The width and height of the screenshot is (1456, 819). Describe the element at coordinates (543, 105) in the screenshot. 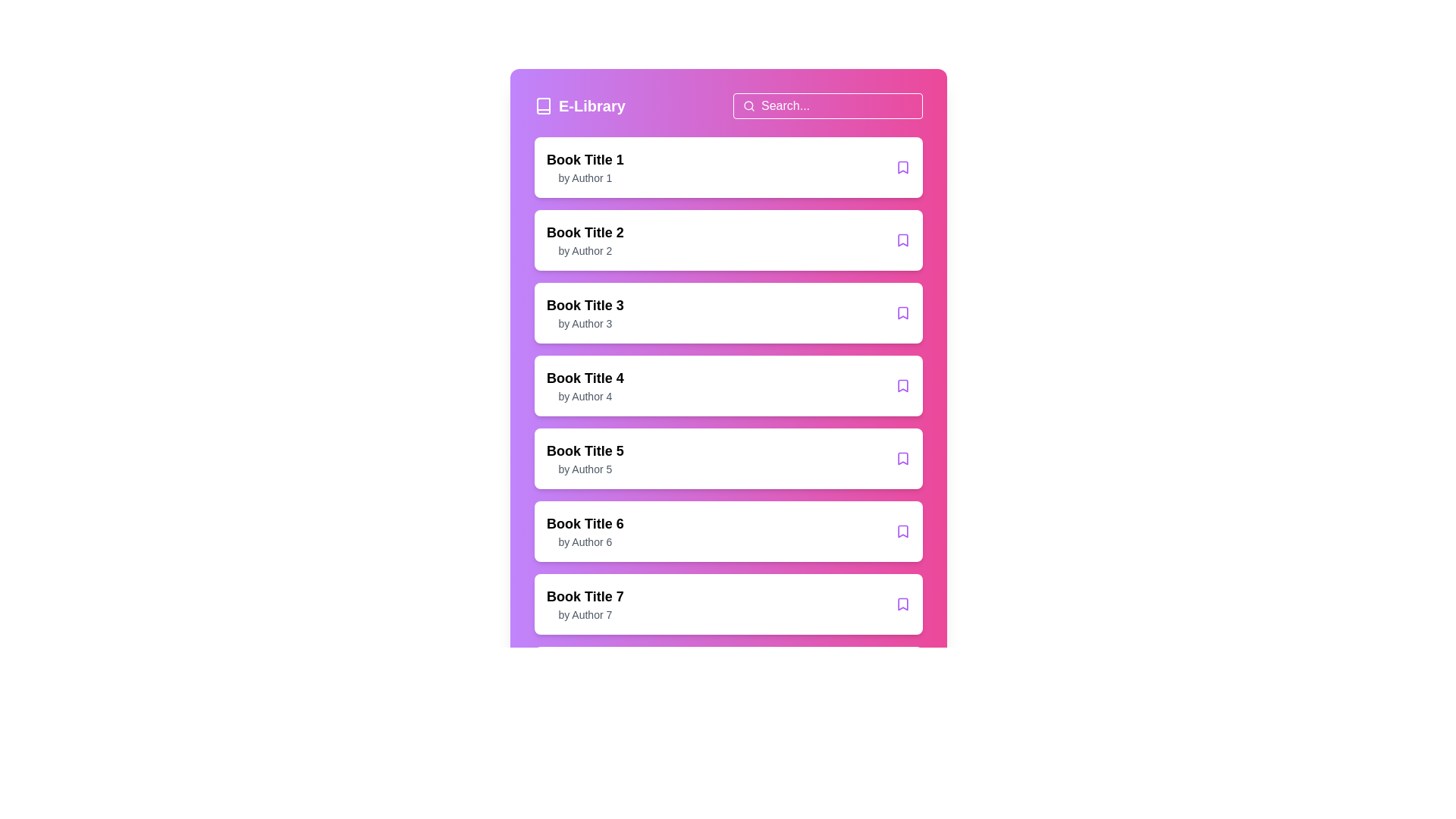

I see `the e-library icon located to the left of the 'E-Library' text in the header section` at that location.